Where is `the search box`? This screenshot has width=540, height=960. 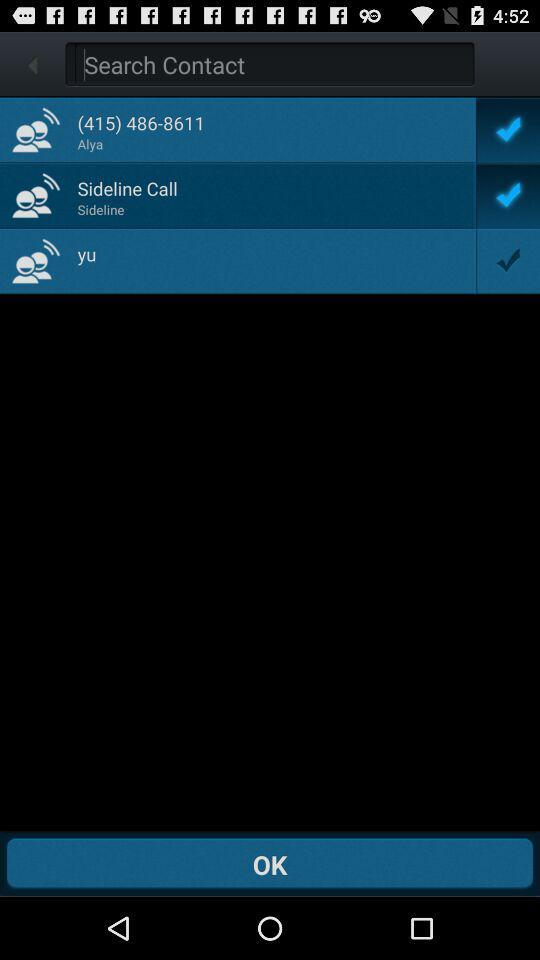
the search box is located at coordinates (273, 64).